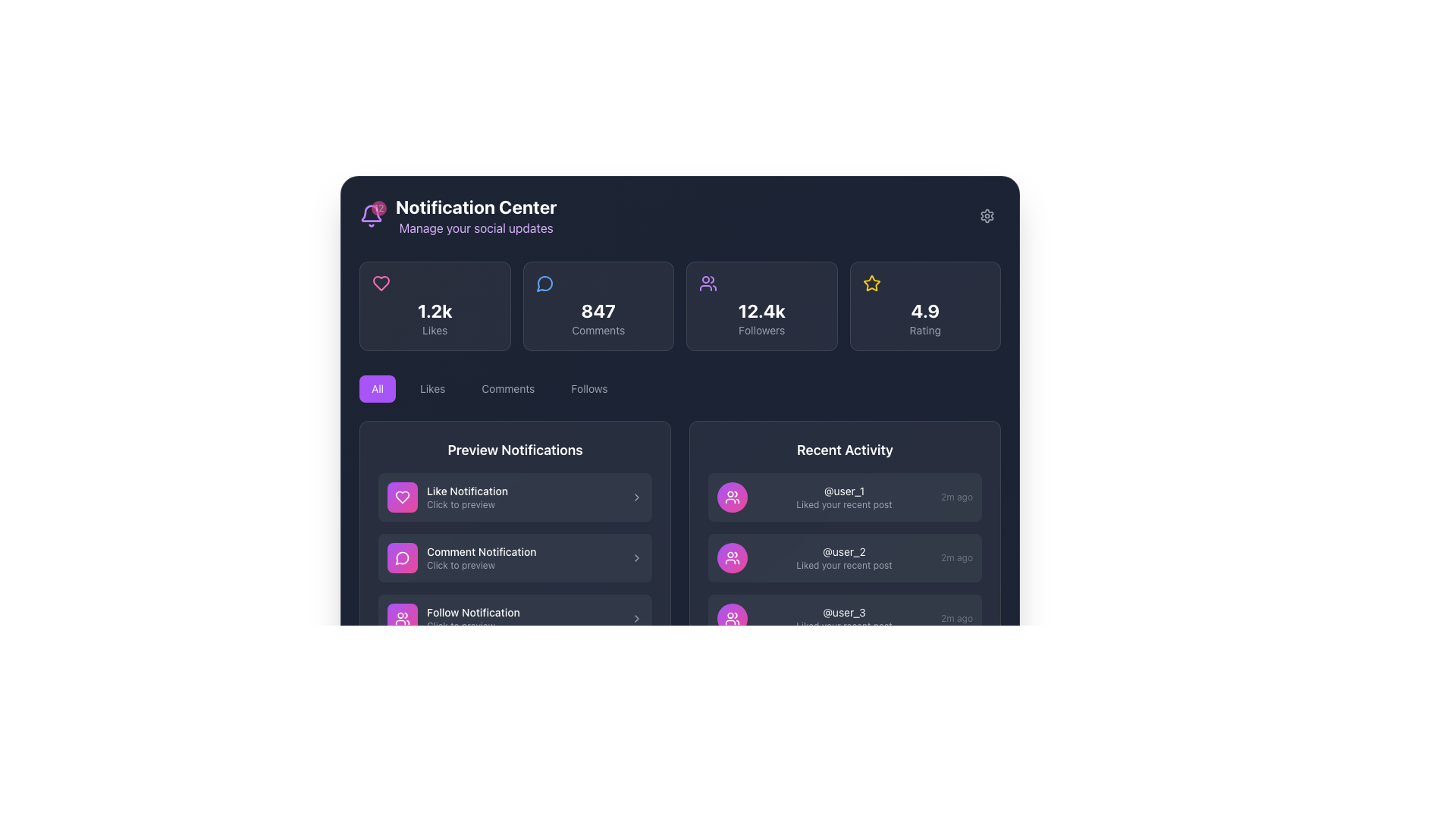 This screenshot has height=819, width=1456. I want to click on the Icon button in the 'Preview Notifications' section, which is a square button with rounded corners, a gradient background from purple to pink, and a centered white heart icon representing a 'like' action, so click(403, 497).